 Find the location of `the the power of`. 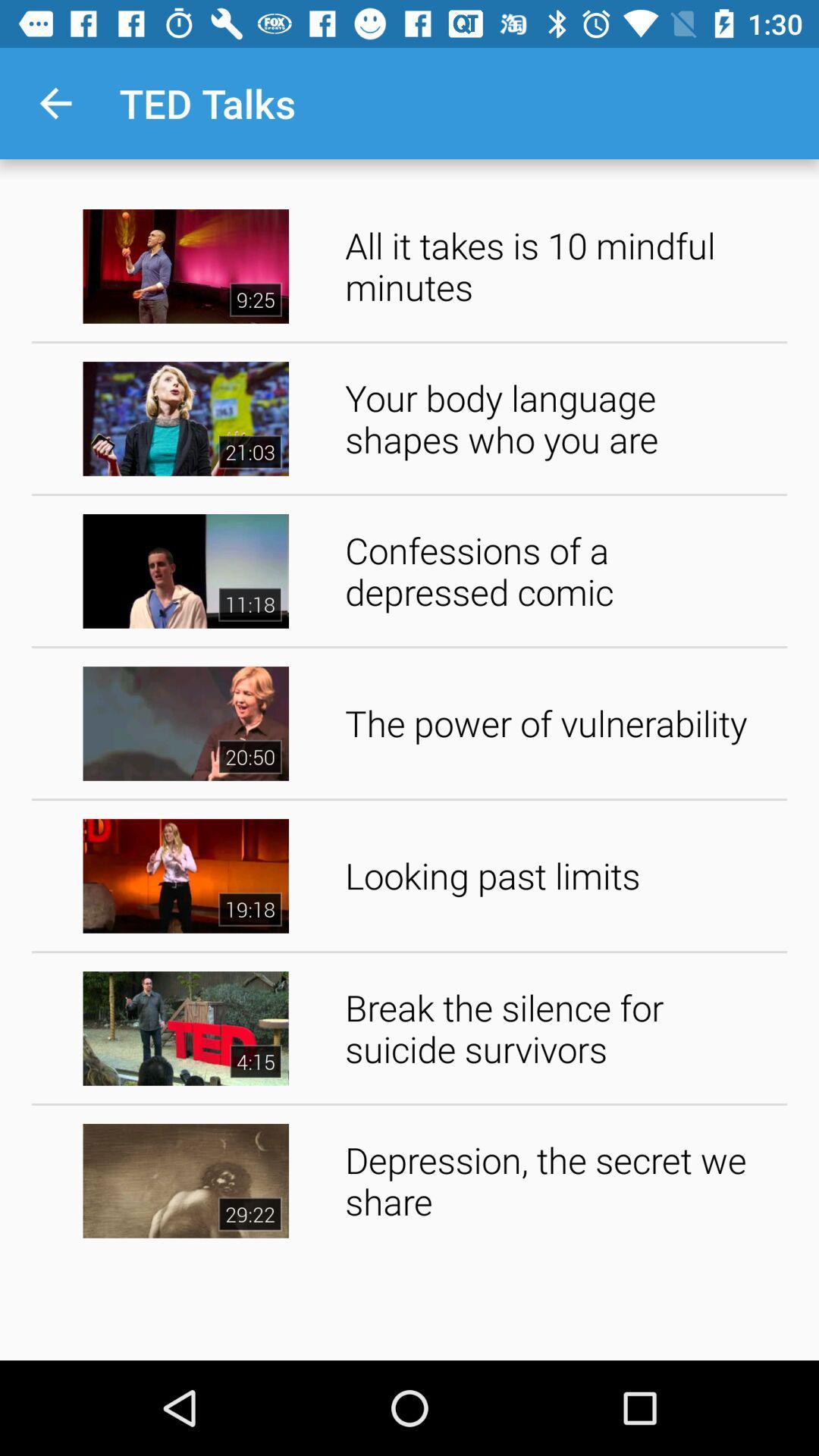

the the power of is located at coordinates (560, 723).